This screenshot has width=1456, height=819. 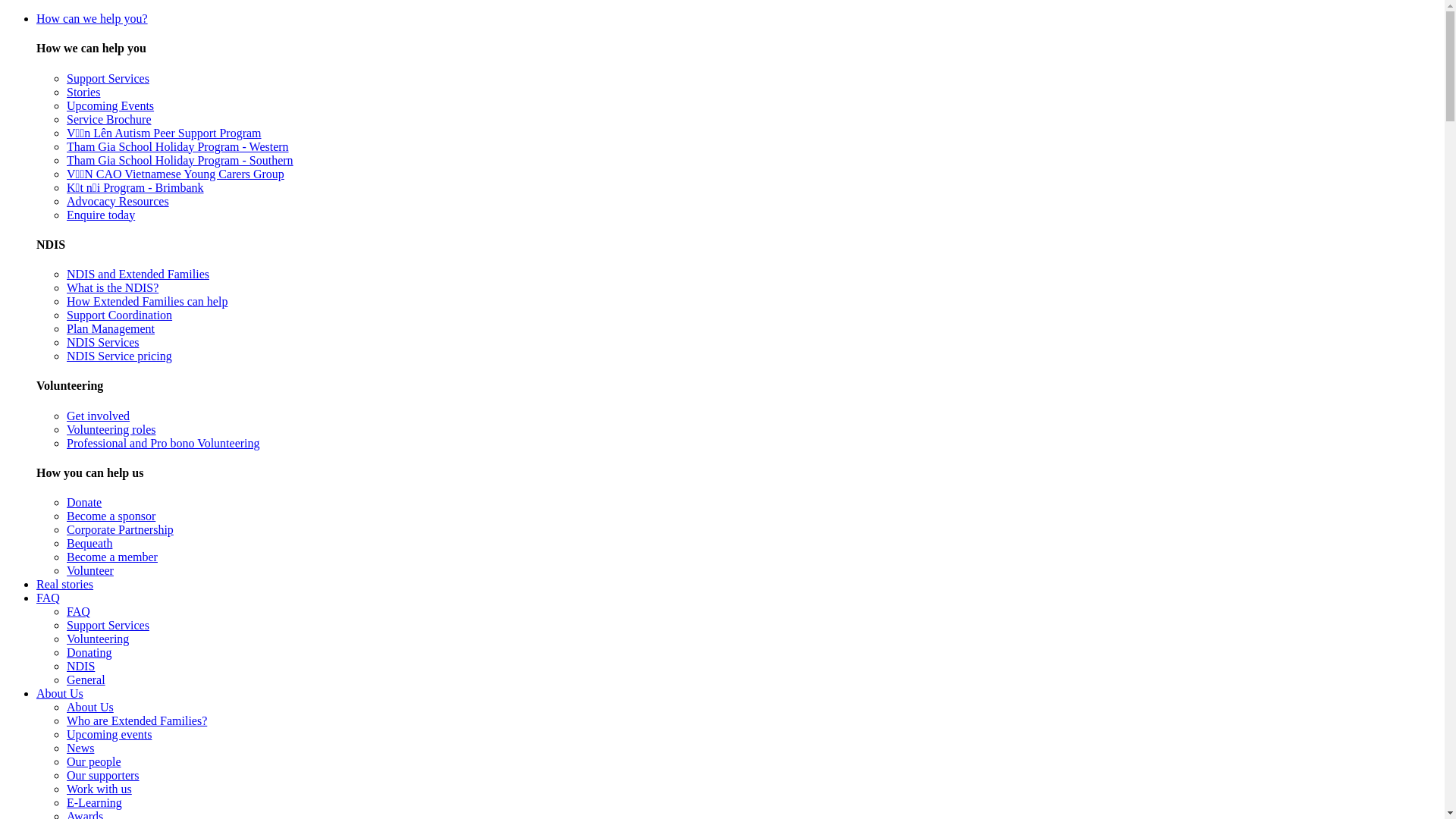 What do you see at coordinates (83, 502) in the screenshot?
I see `'Donate'` at bounding box center [83, 502].